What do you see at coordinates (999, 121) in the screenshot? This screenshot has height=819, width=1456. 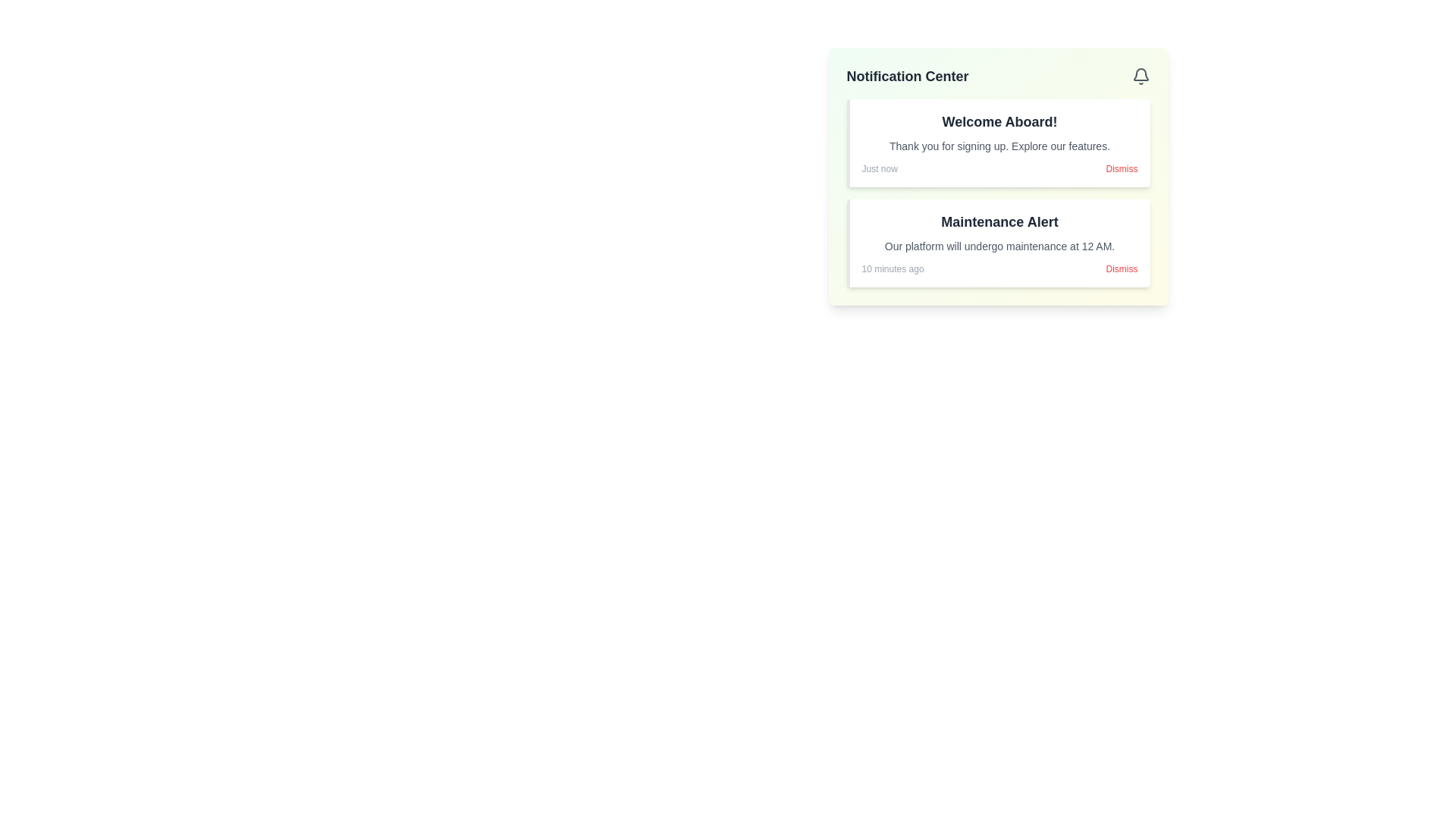 I see `header text label located at the top center of the notification panel, which welcomes the user to the application` at bounding box center [999, 121].